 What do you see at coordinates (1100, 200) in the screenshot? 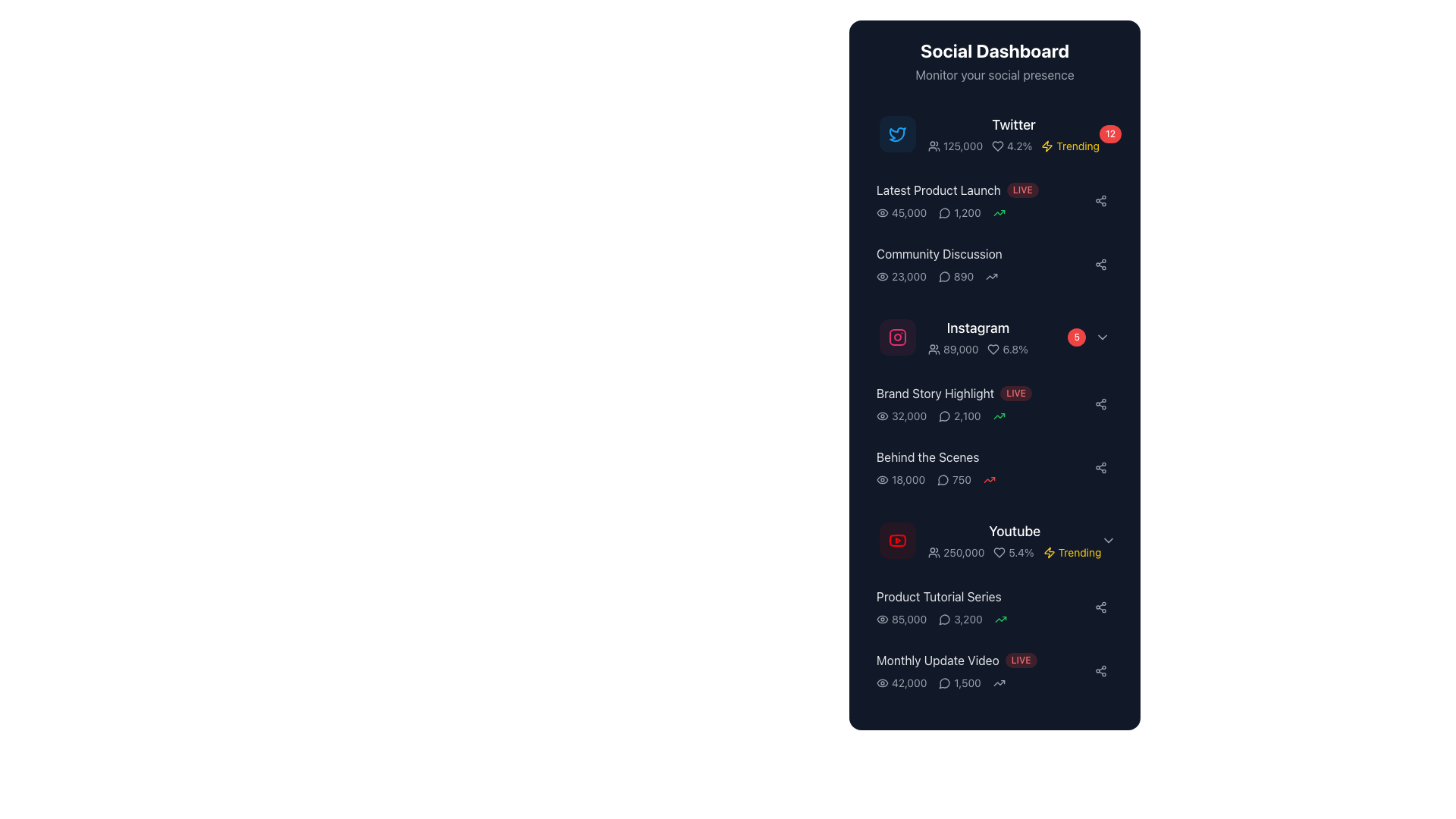
I see `the share icon button located to the right of the 'LIVE' label in the row for the 'Latest Product Launch'` at bounding box center [1100, 200].